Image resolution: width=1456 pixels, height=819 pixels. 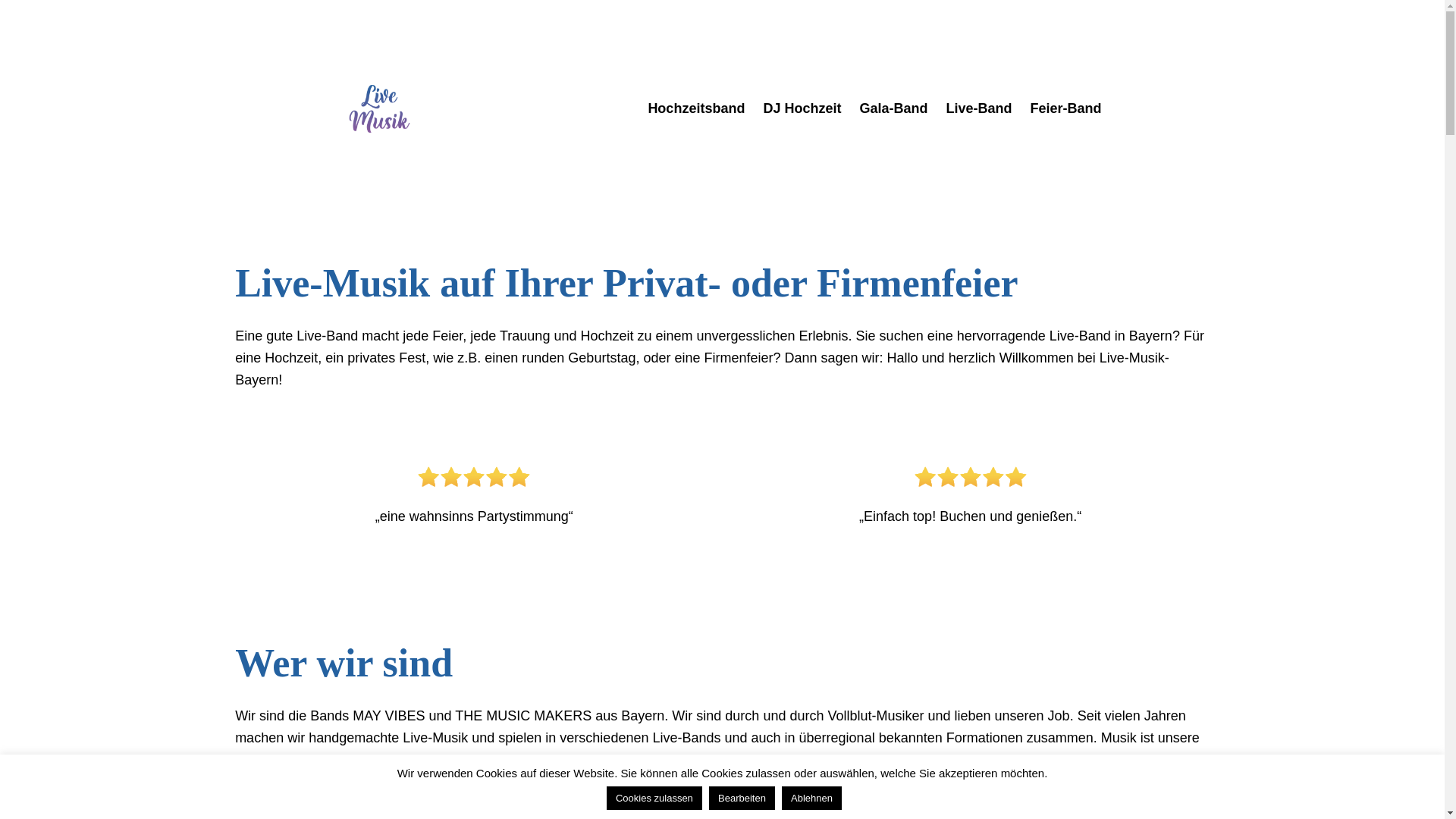 What do you see at coordinates (978, 108) in the screenshot?
I see `'Live-Band'` at bounding box center [978, 108].